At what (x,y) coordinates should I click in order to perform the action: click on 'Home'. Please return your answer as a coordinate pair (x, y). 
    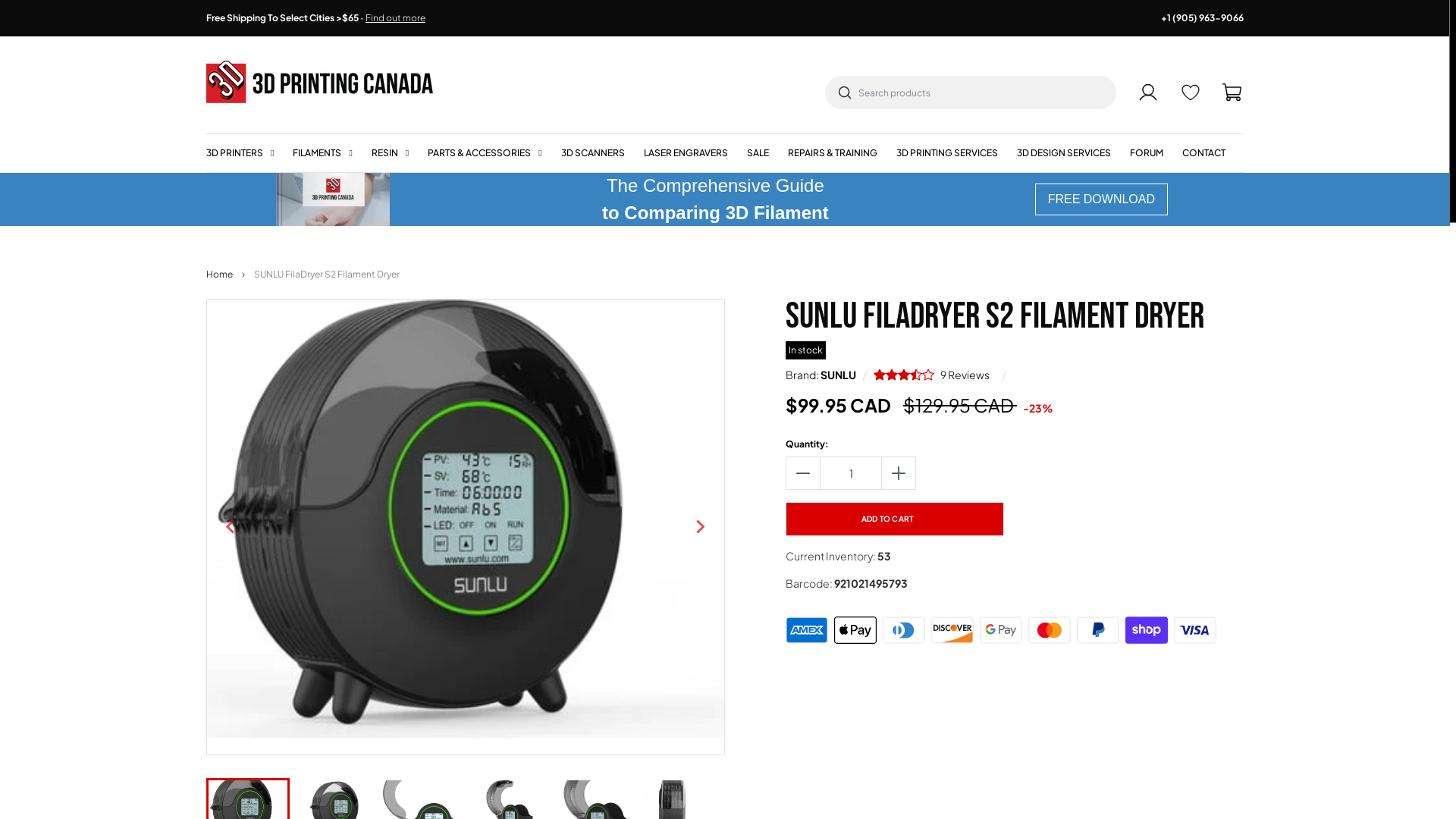
    Looking at the image, I should click on (218, 275).